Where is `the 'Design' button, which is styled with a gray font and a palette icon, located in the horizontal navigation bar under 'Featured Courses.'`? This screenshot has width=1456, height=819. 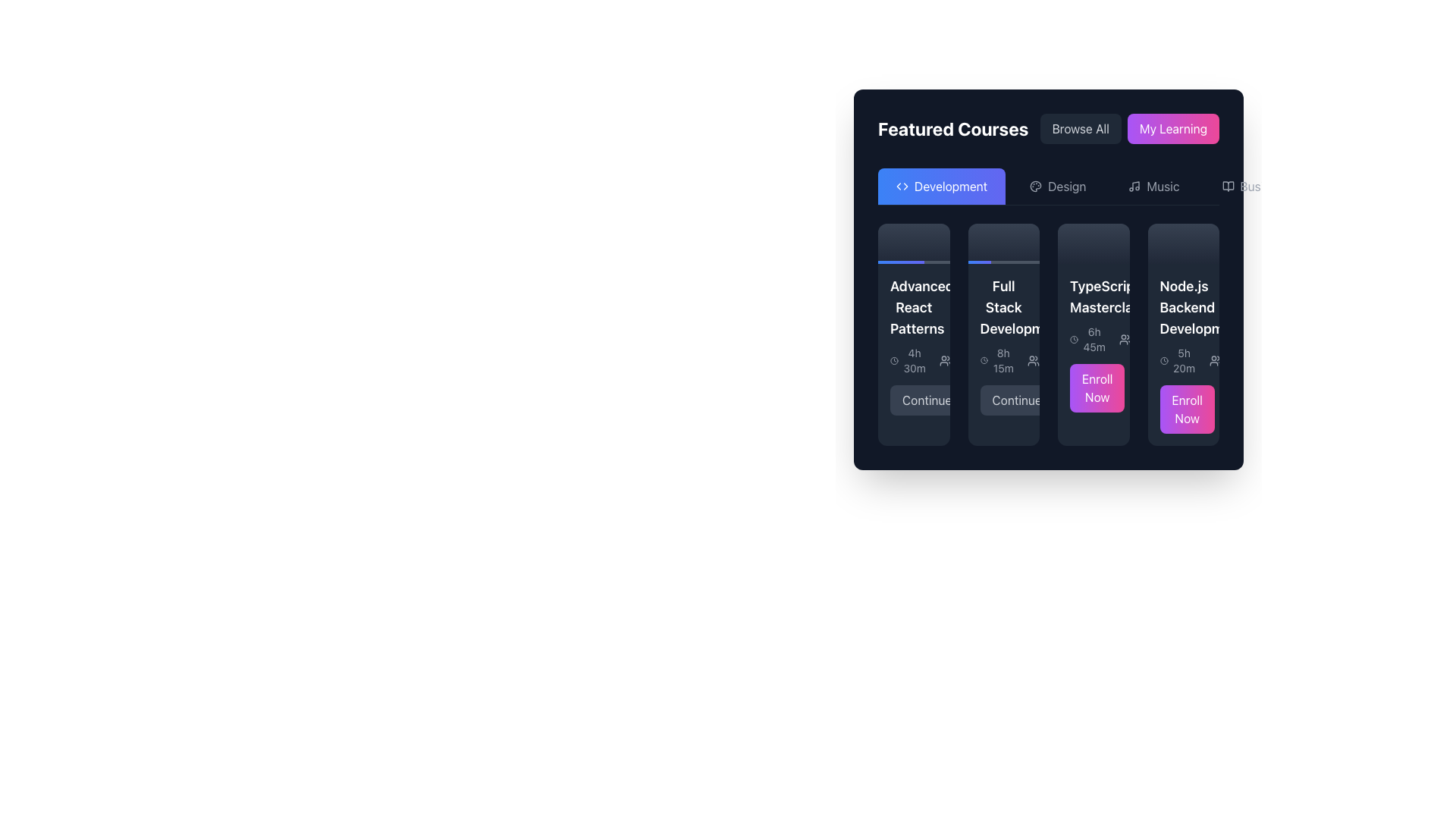 the 'Design' button, which is styled with a gray font and a palette icon, located in the horizontal navigation bar under 'Featured Courses.' is located at coordinates (1057, 186).